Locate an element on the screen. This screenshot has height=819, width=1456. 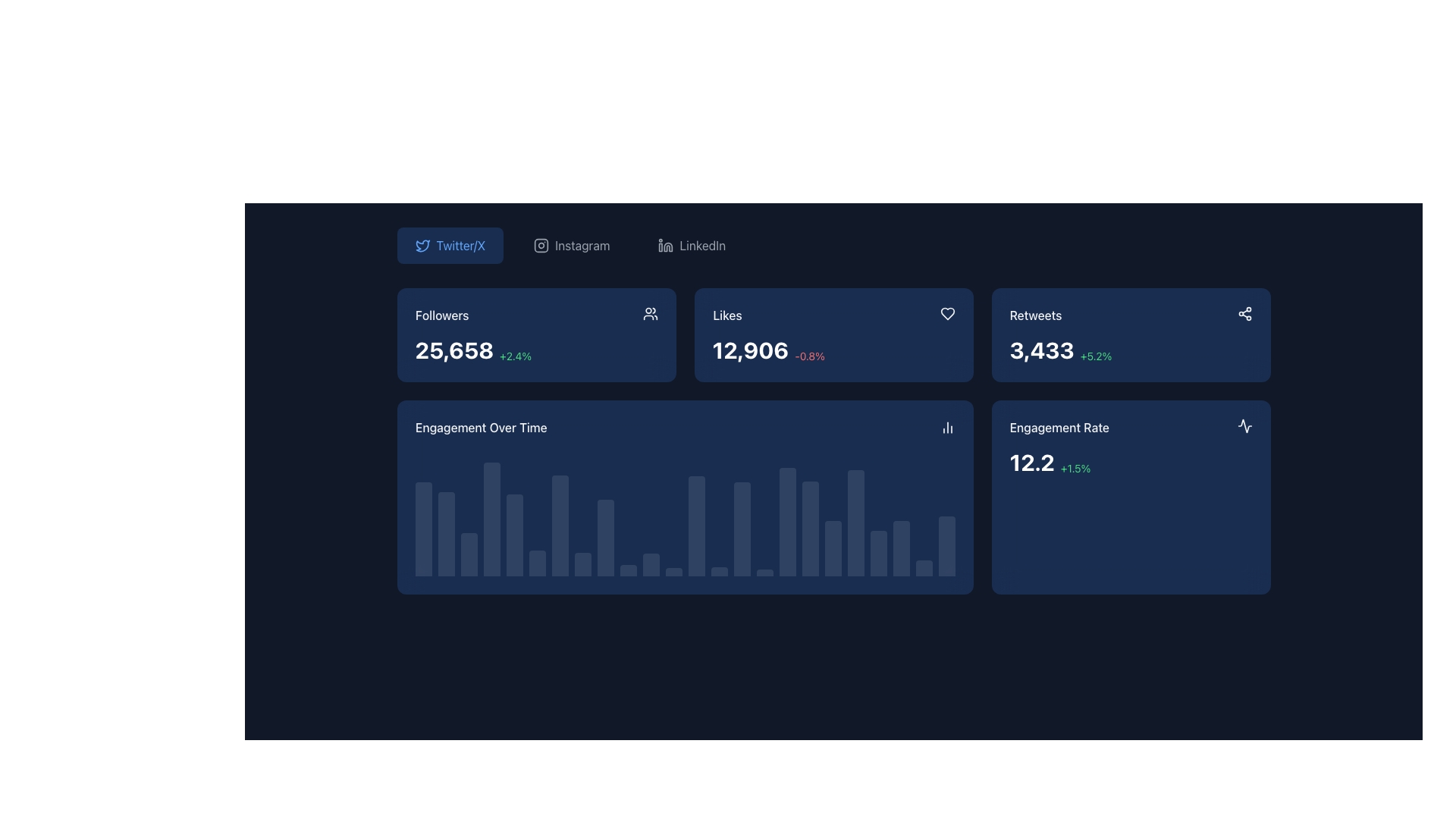
displayed information on the Information display card with statistics showing the number of retweets and percentage change, located in the top-right corner of the grid is located at coordinates (1131, 334).